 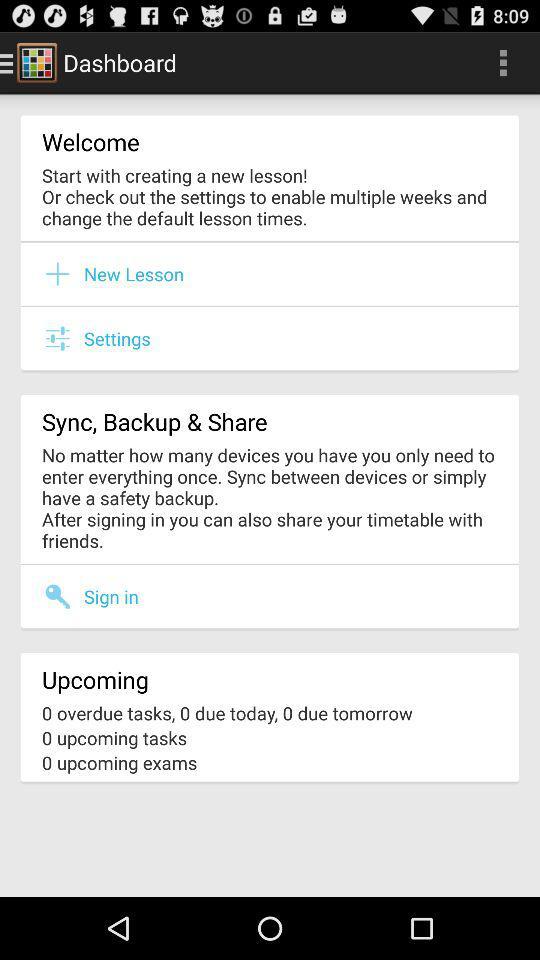 What do you see at coordinates (270, 496) in the screenshot?
I see `no matter how` at bounding box center [270, 496].